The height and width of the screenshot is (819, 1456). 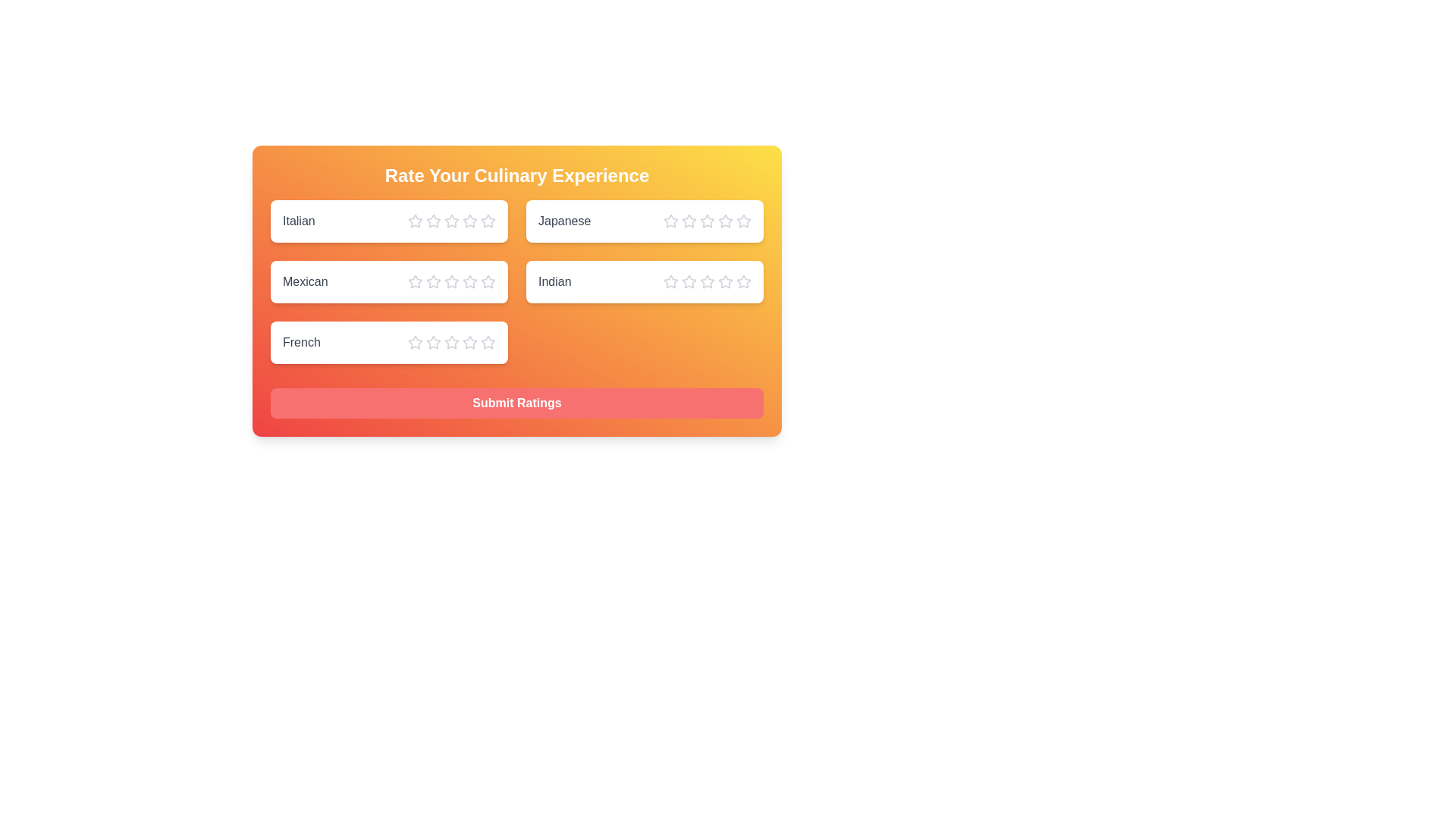 What do you see at coordinates (743, 281) in the screenshot?
I see `the star corresponding to the rating 5 for the cuisine Indian` at bounding box center [743, 281].